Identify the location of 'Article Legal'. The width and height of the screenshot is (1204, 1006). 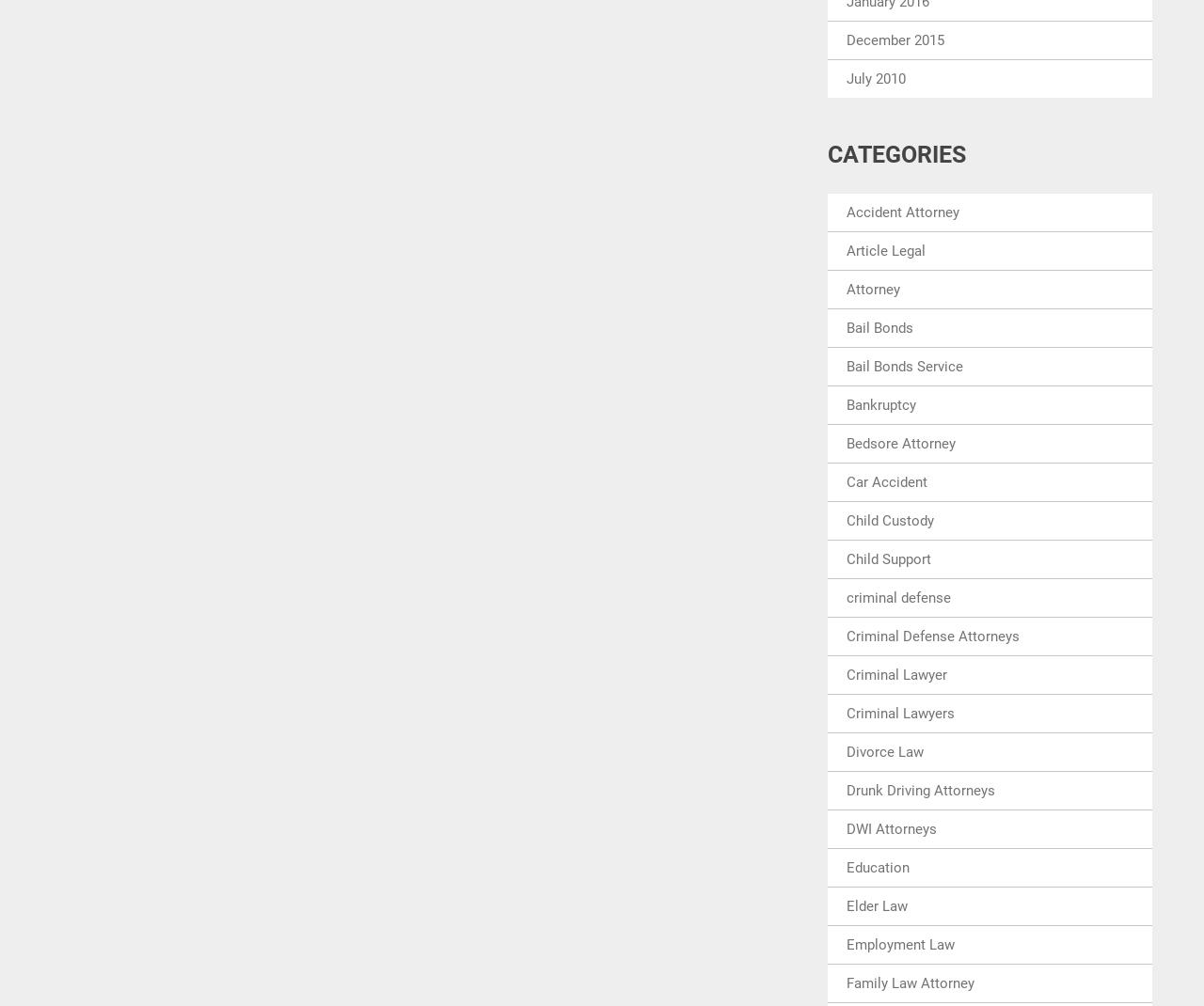
(884, 249).